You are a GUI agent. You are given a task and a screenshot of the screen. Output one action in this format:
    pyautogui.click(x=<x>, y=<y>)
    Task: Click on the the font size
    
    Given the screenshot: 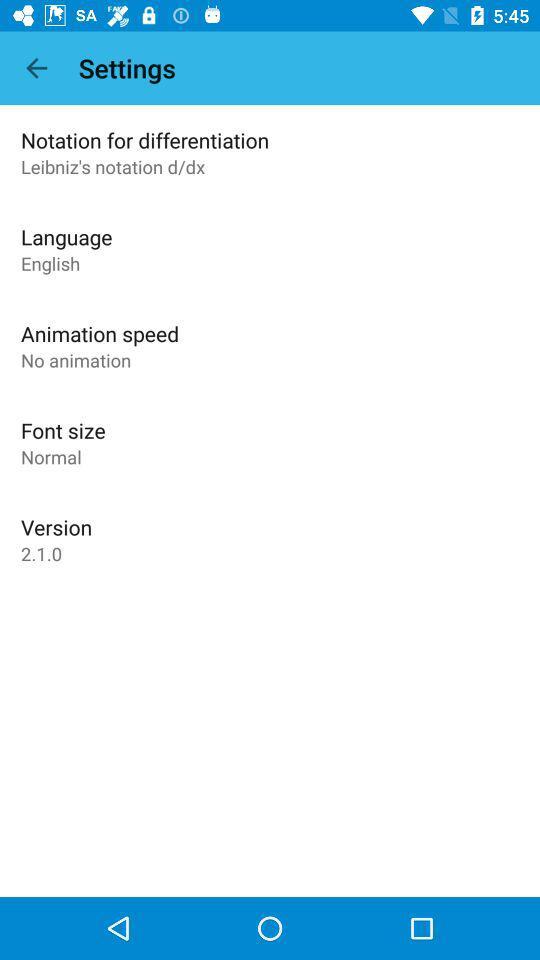 What is the action you would take?
    pyautogui.click(x=63, y=430)
    